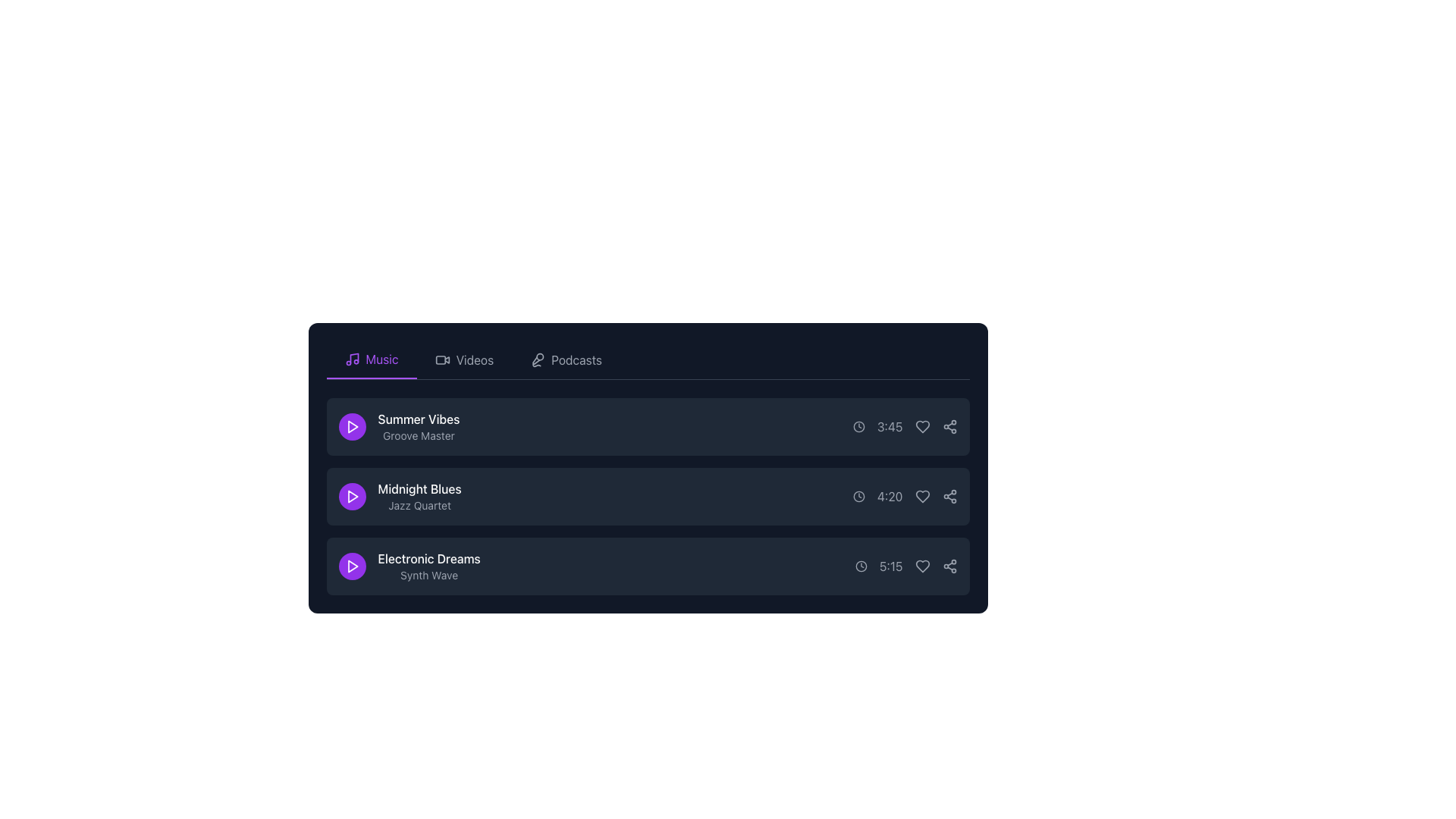  What do you see at coordinates (890, 497) in the screenshot?
I see `the text label displaying '4:20'` at bounding box center [890, 497].